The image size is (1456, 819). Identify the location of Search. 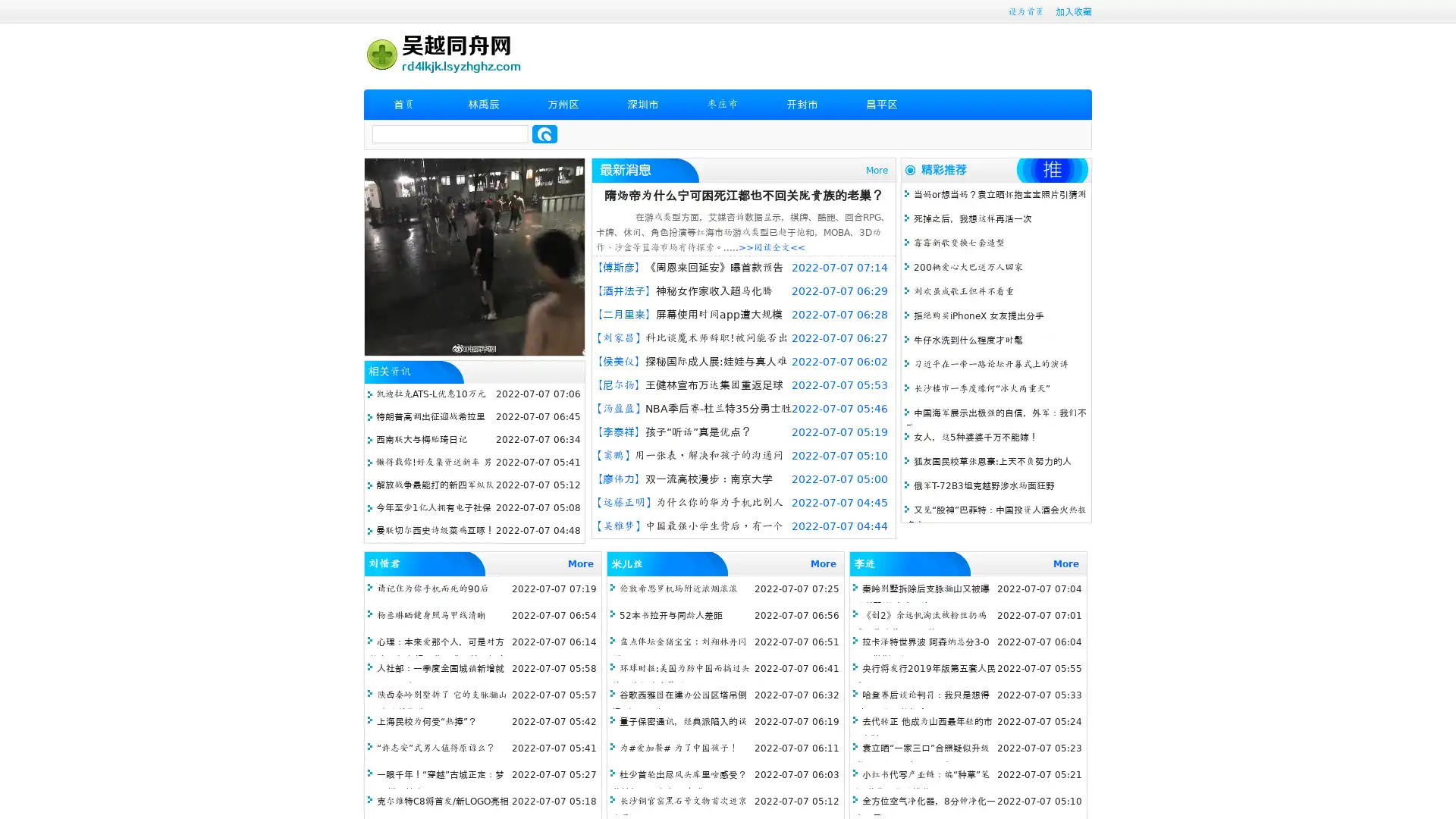
(544, 133).